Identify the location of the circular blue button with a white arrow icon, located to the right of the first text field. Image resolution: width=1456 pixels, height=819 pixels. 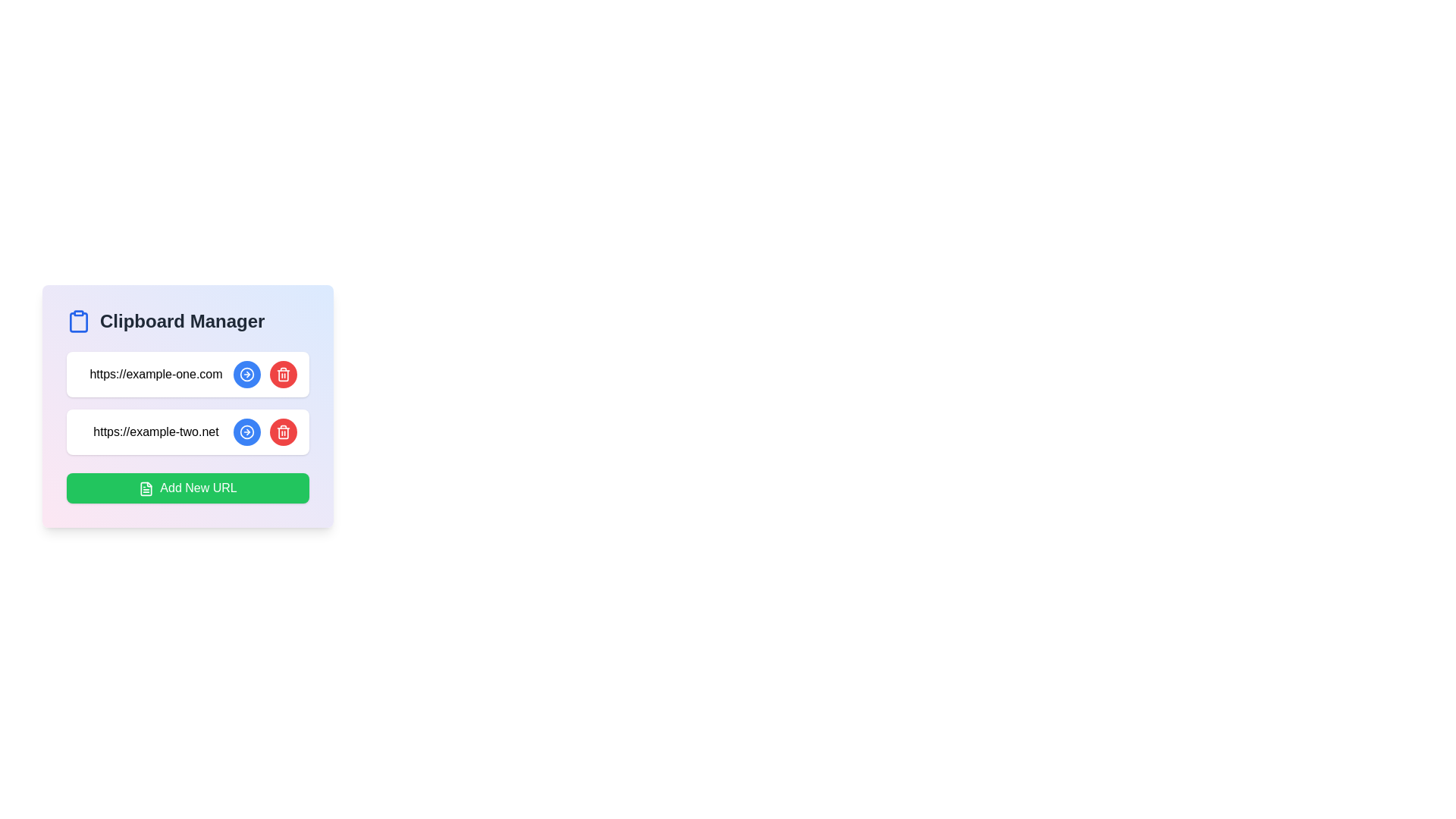
(247, 374).